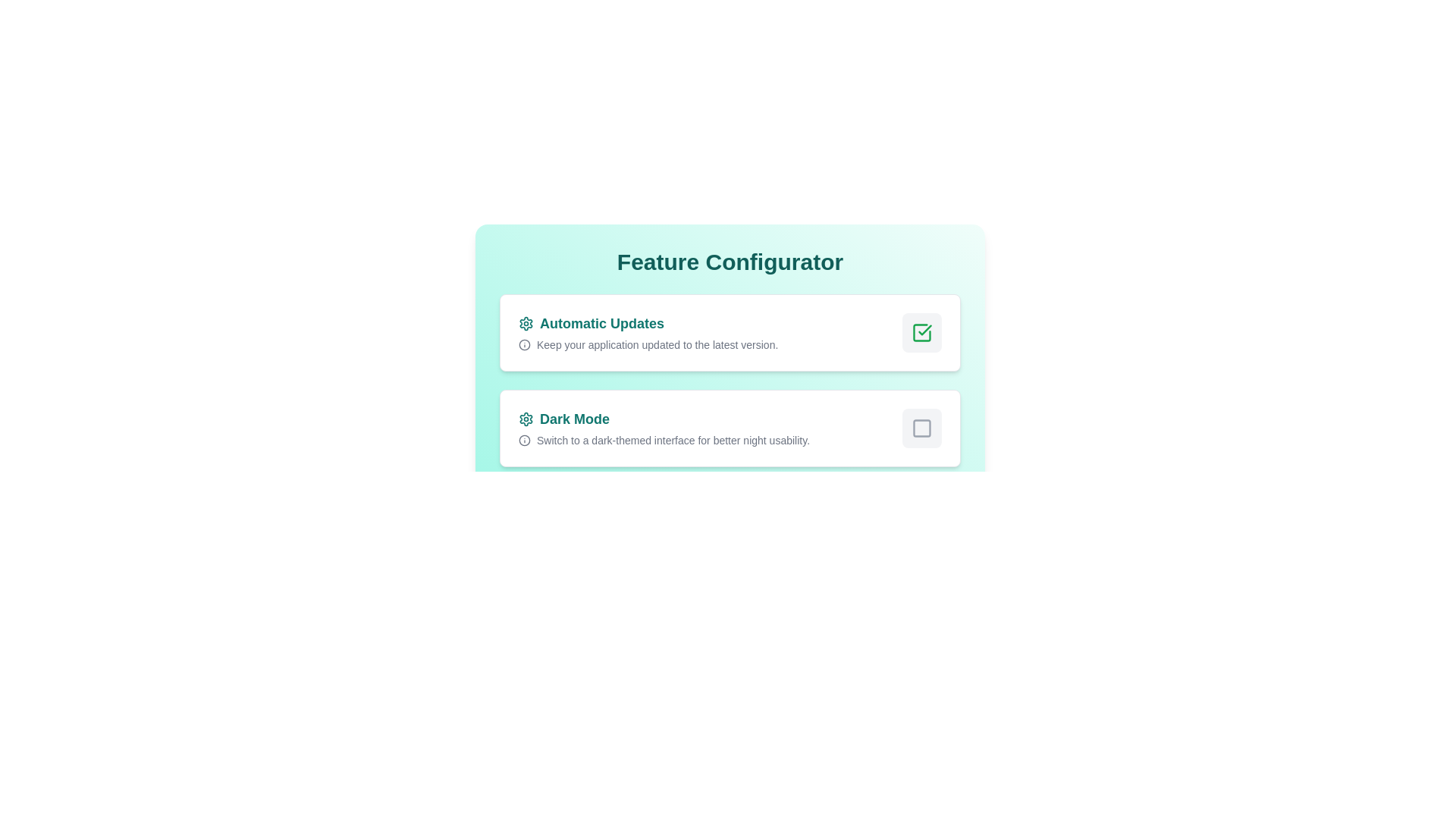  What do you see at coordinates (921, 428) in the screenshot?
I see `the checkbox for 'Dark Mode' located in the 'Feature Configurator' section` at bounding box center [921, 428].